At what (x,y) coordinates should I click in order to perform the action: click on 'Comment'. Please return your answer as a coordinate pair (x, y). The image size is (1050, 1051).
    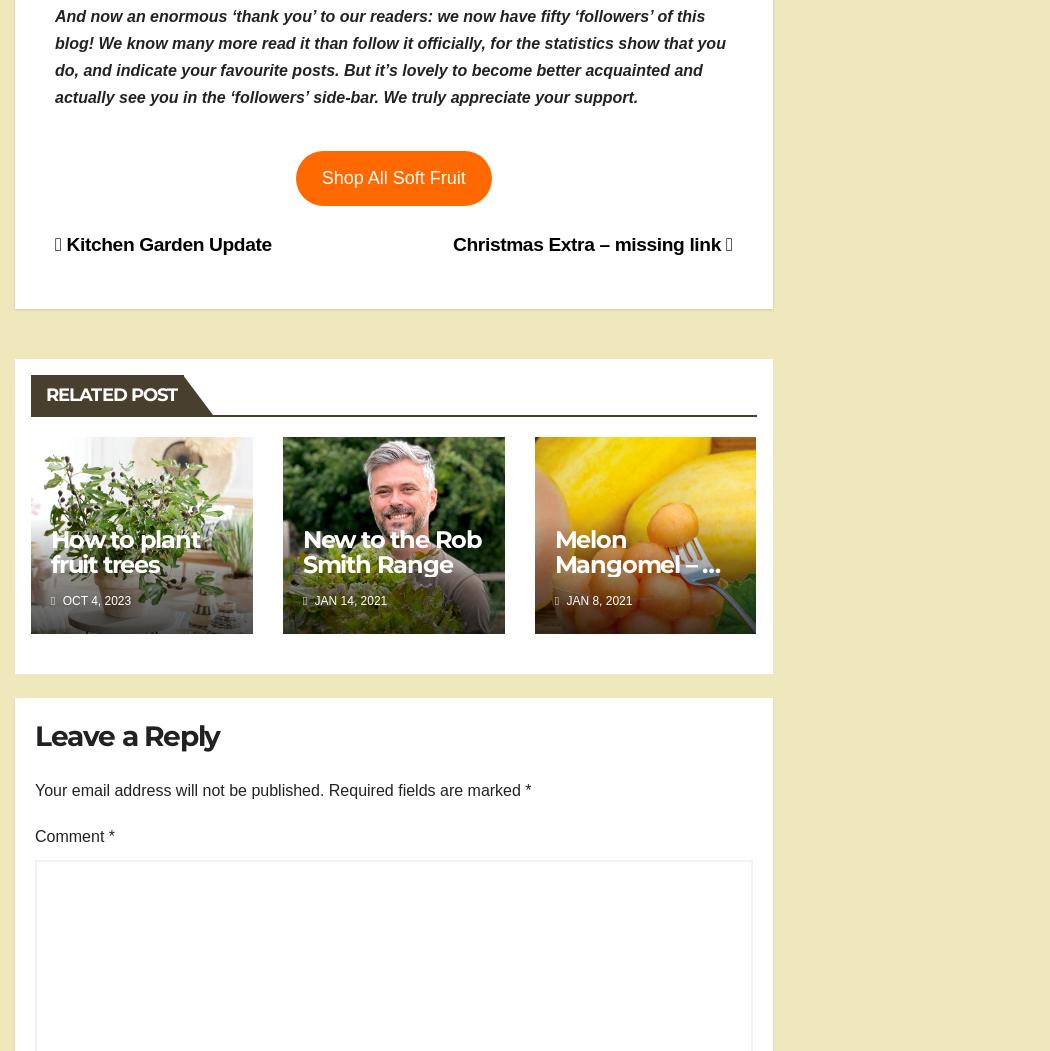
    Looking at the image, I should click on (70, 836).